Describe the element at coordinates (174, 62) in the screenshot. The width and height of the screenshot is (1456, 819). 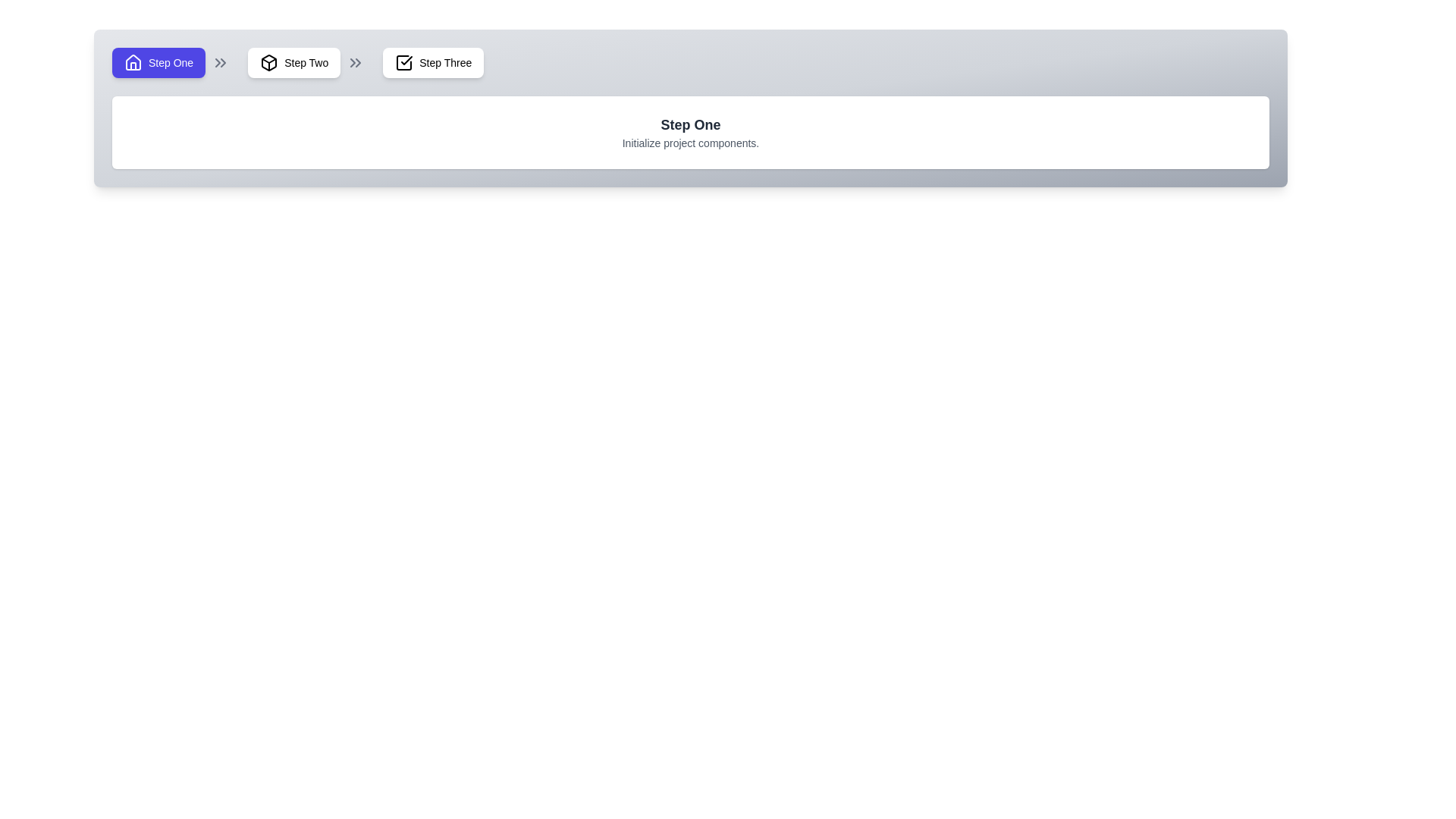
I see `the 'Step One' button located at the top-left of the interface` at that location.